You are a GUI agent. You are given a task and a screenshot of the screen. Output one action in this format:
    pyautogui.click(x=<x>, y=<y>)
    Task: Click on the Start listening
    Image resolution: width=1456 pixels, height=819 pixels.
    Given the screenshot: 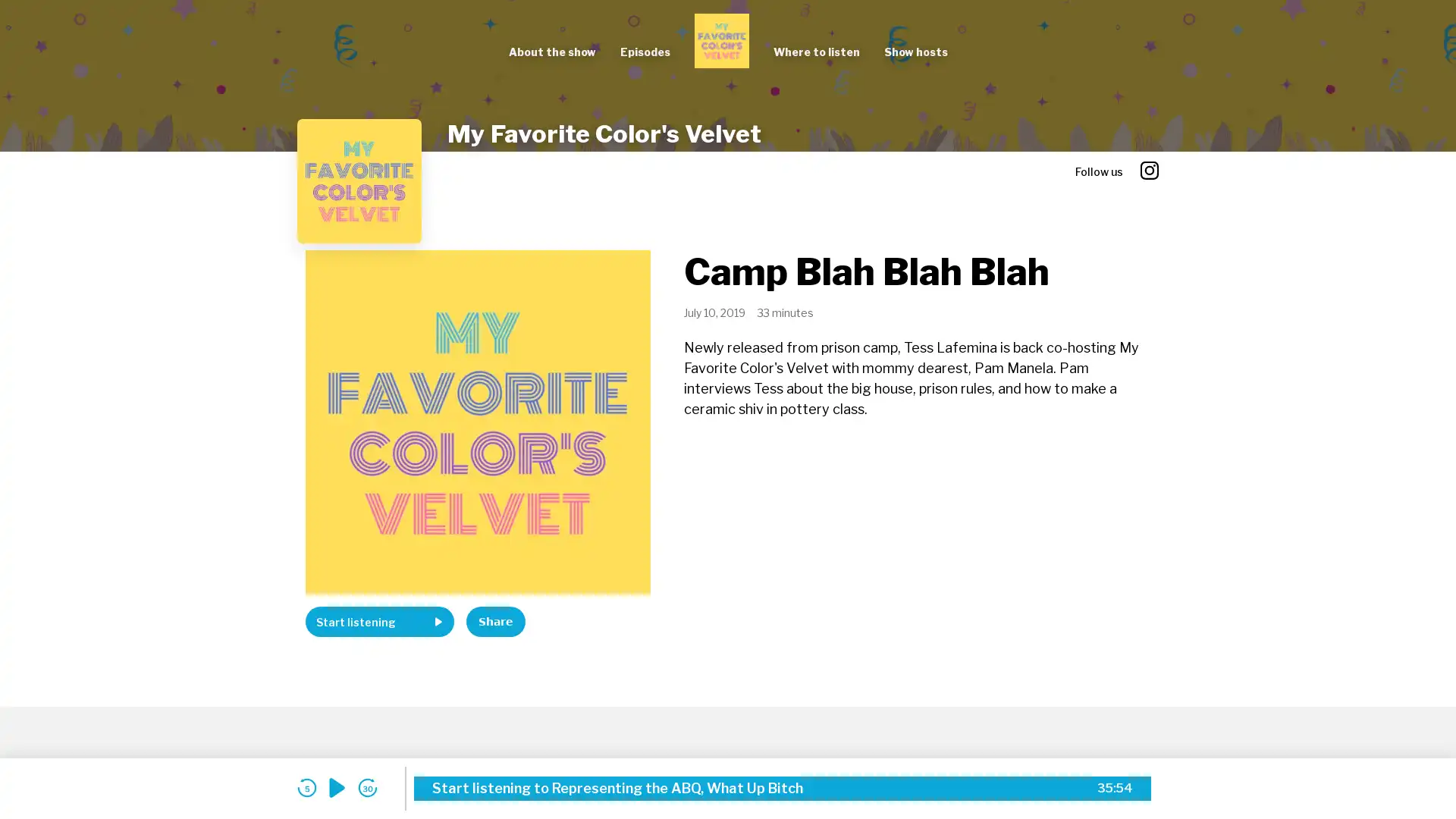 What is the action you would take?
    pyautogui.click(x=379, y=622)
    